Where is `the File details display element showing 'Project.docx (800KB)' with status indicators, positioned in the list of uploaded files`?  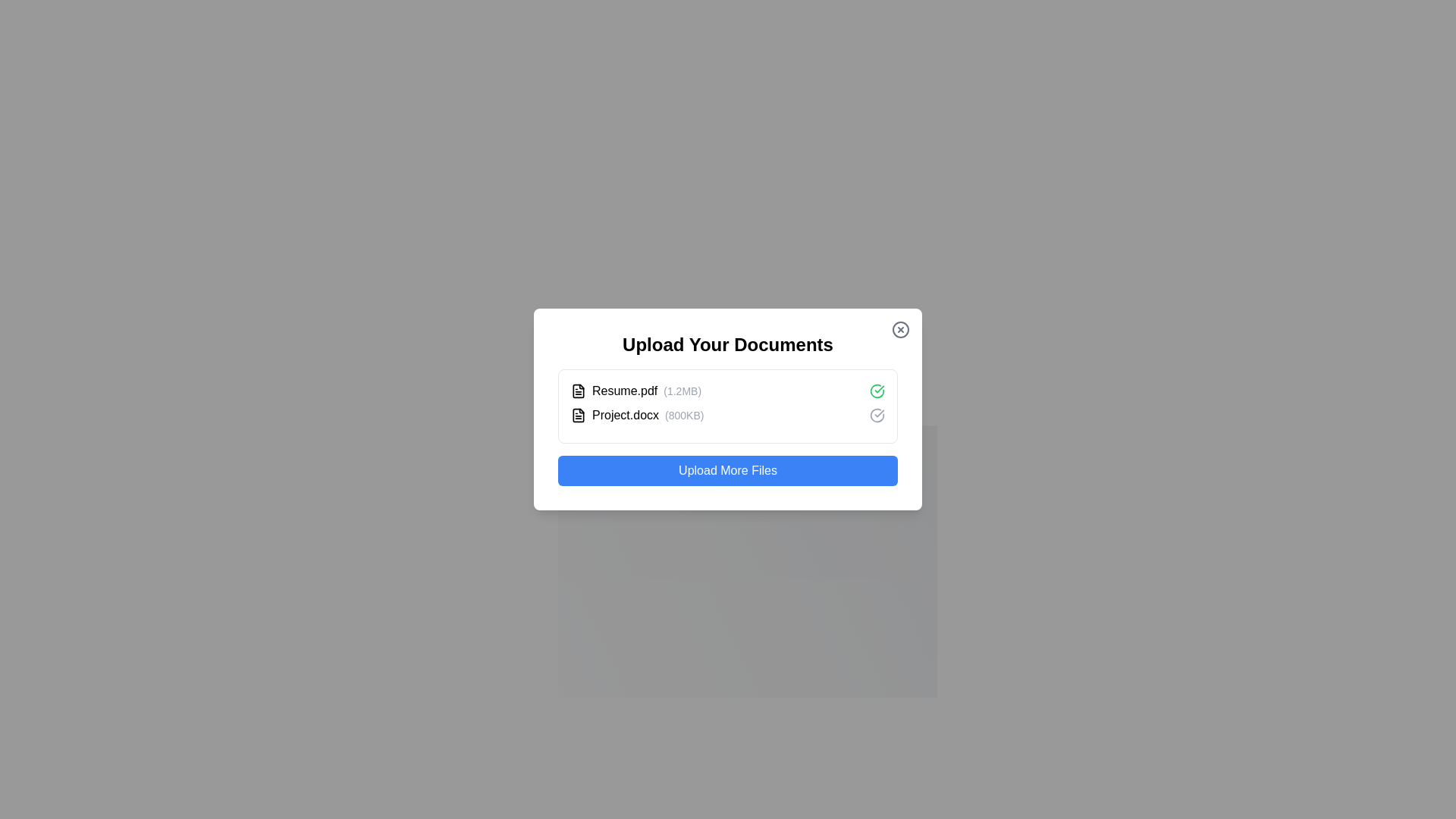
the File details display element showing 'Project.docx (800KB)' with status indicators, positioned in the list of uploaded files is located at coordinates (728, 415).